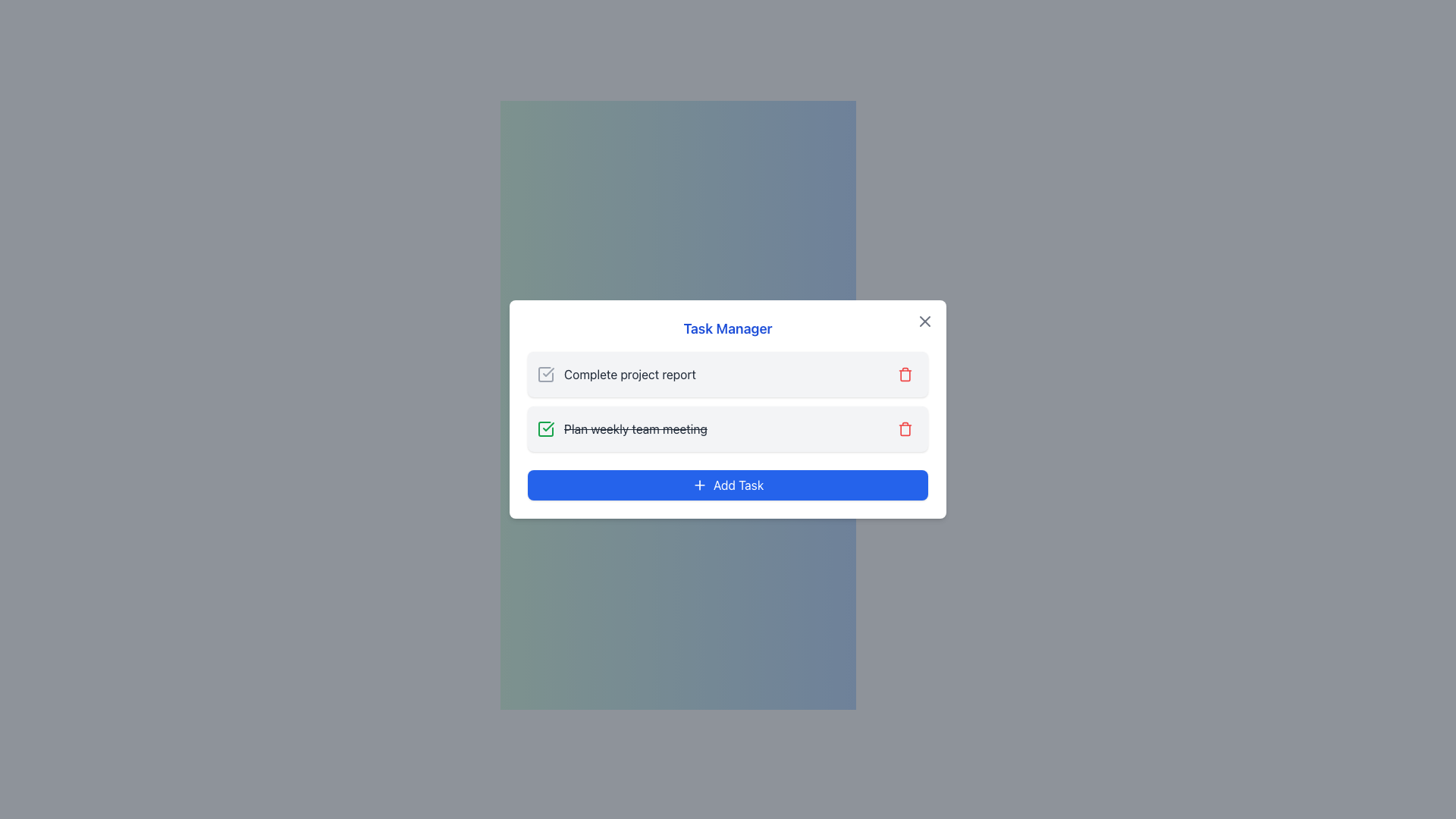 This screenshot has width=1456, height=819. What do you see at coordinates (546, 429) in the screenshot?
I see `the checkbox component styled as a square with rounded corners, located to the left of the text 'Plan weekly team meeting'` at bounding box center [546, 429].